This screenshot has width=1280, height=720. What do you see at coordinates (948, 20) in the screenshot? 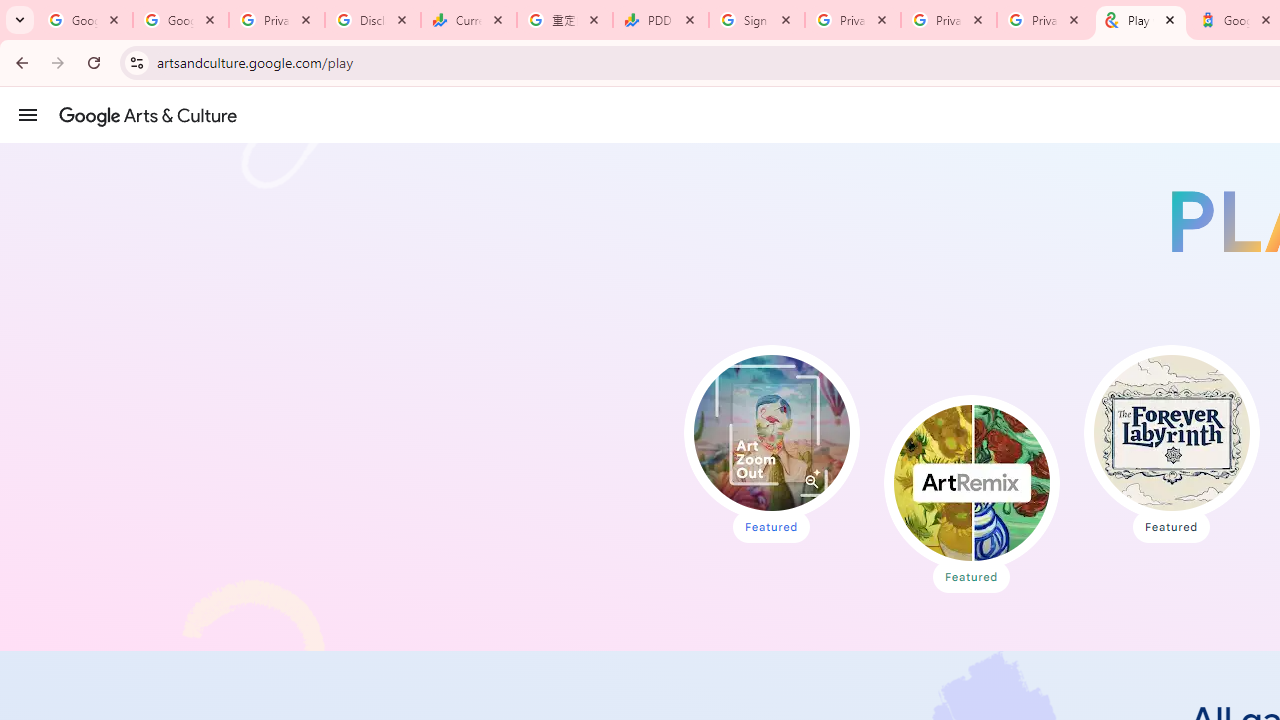
I see `'Privacy Checkup'` at bounding box center [948, 20].